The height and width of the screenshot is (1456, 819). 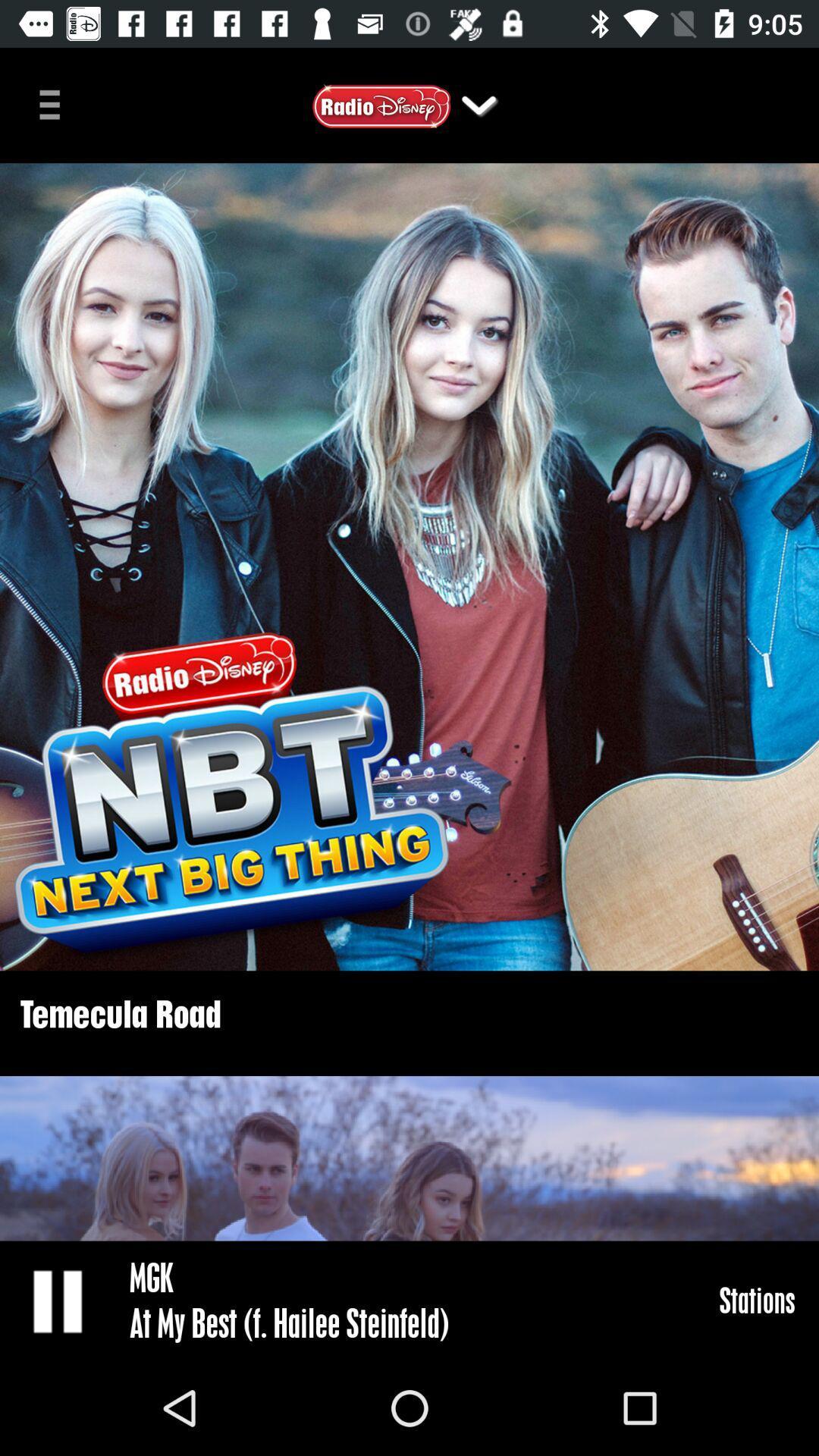 I want to click on the item at the center, so click(x=409, y=566).